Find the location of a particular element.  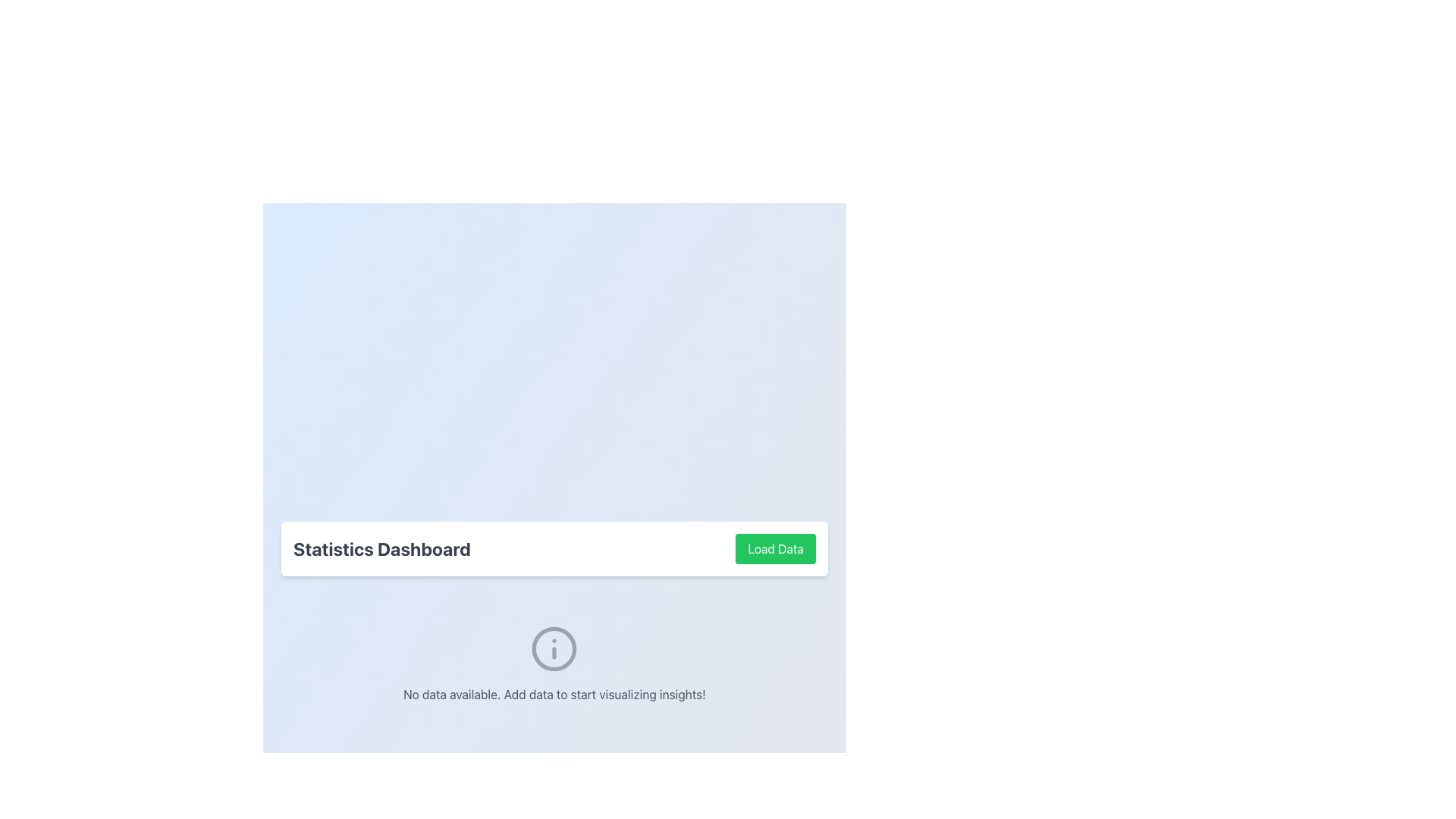

the prominent green button labeled 'Load Data' located in the bottom-right corner of the white panel under the blue background is located at coordinates (776, 549).